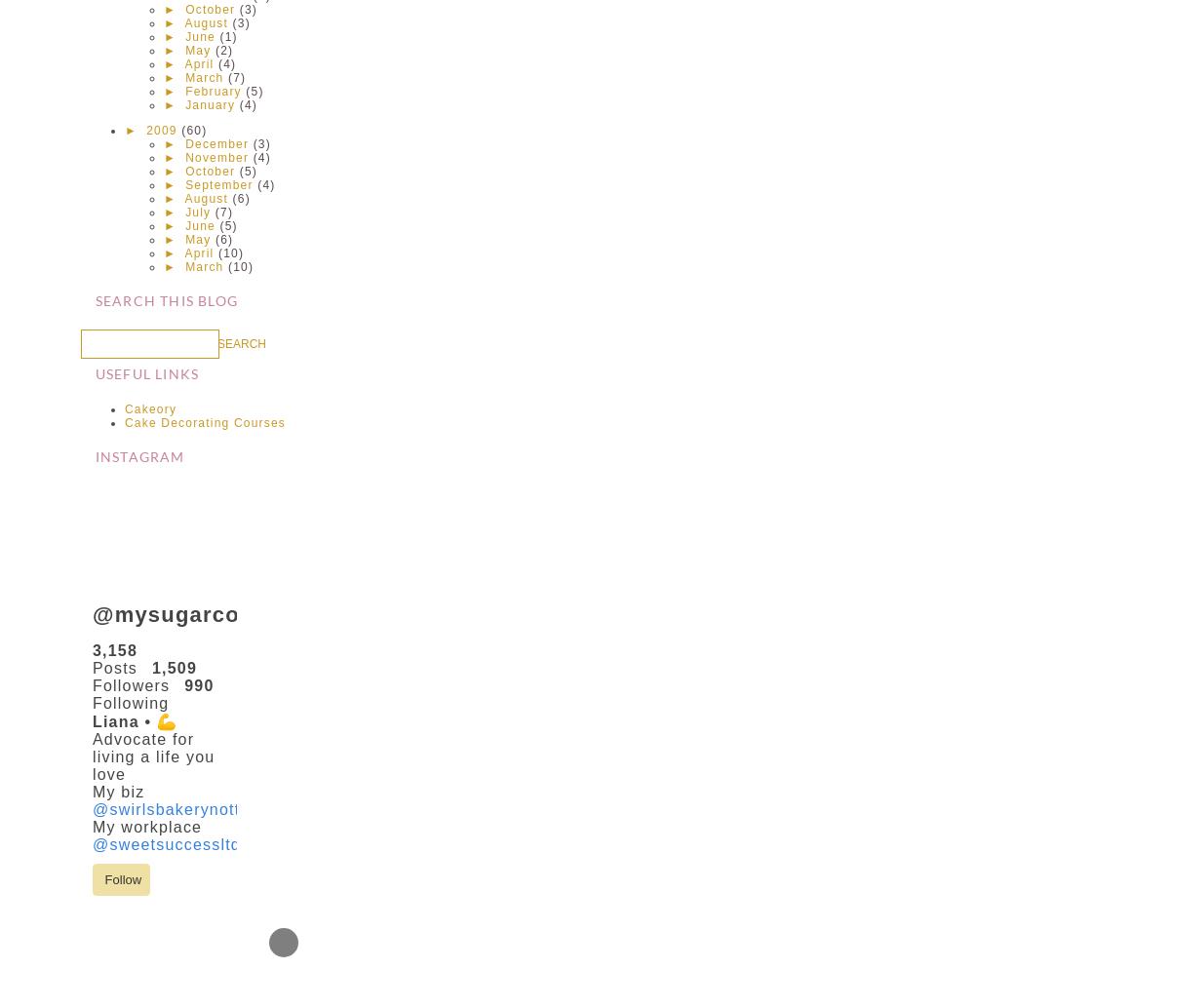 Image resolution: width=1178 pixels, height=1008 pixels. What do you see at coordinates (150, 408) in the screenshot?
I see `'Cakeory'` at bounding box center [150, 408].